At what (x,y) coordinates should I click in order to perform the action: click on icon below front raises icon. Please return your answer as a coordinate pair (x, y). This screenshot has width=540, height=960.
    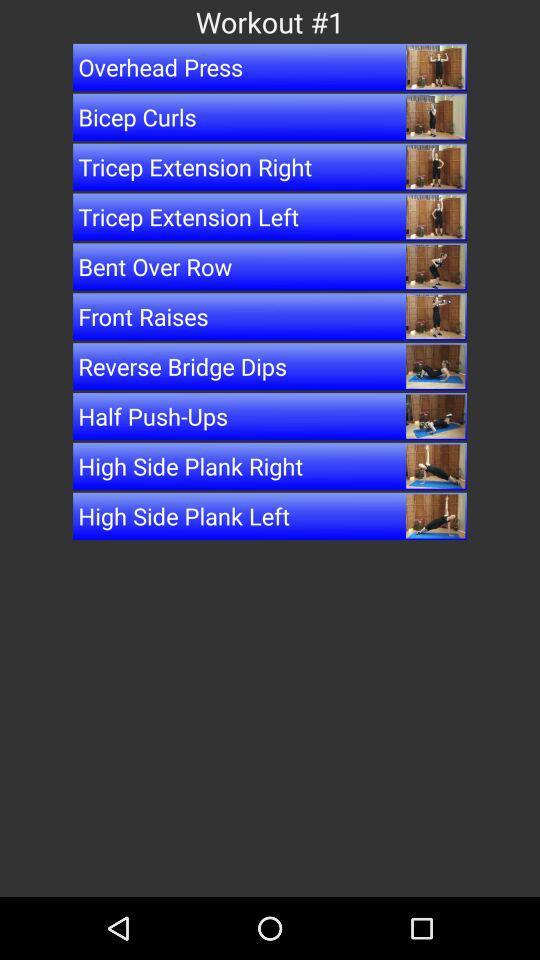
    Looking at the image, I should click on (270, 365).